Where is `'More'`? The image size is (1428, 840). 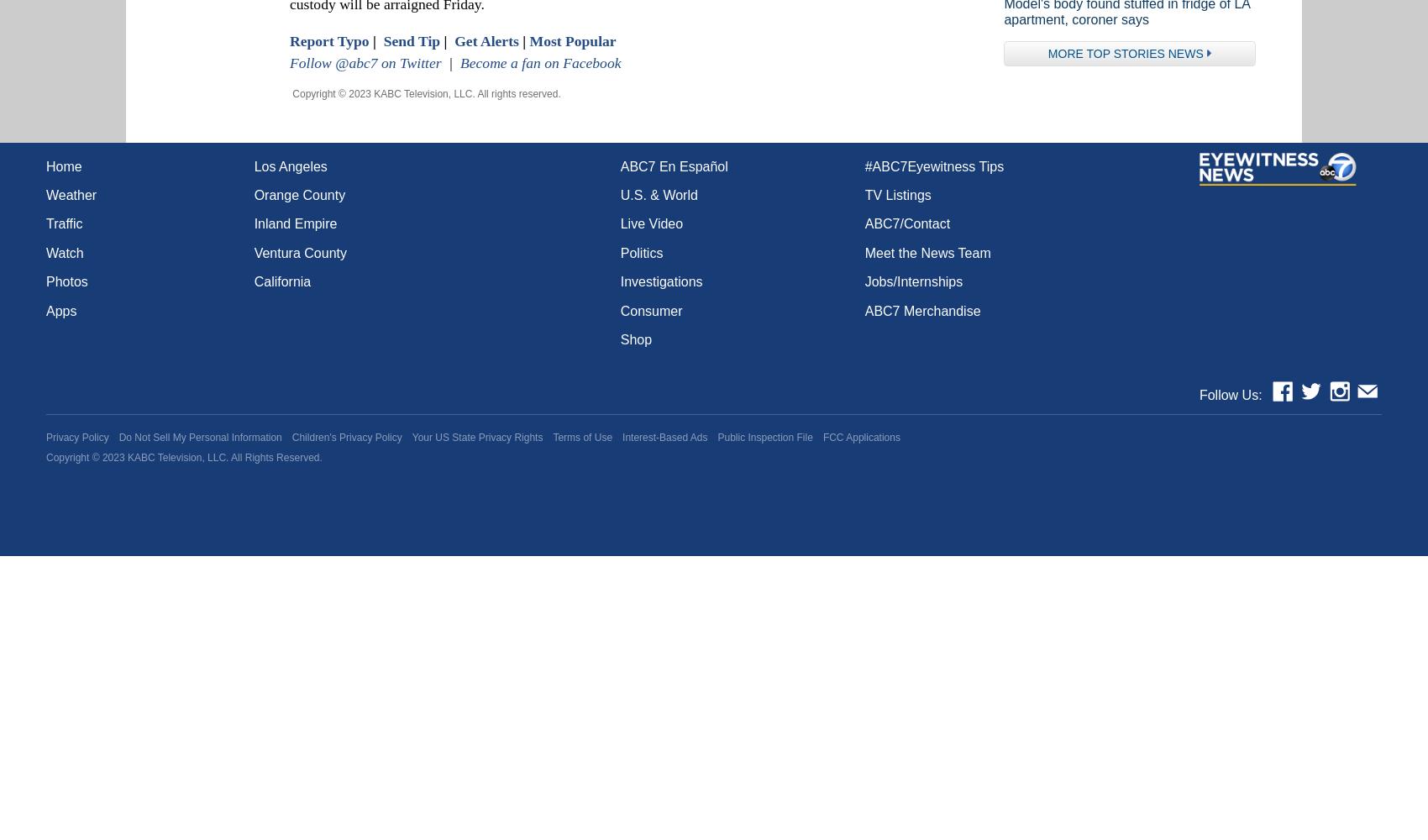 'More' is located at coordinates (1066, 52).